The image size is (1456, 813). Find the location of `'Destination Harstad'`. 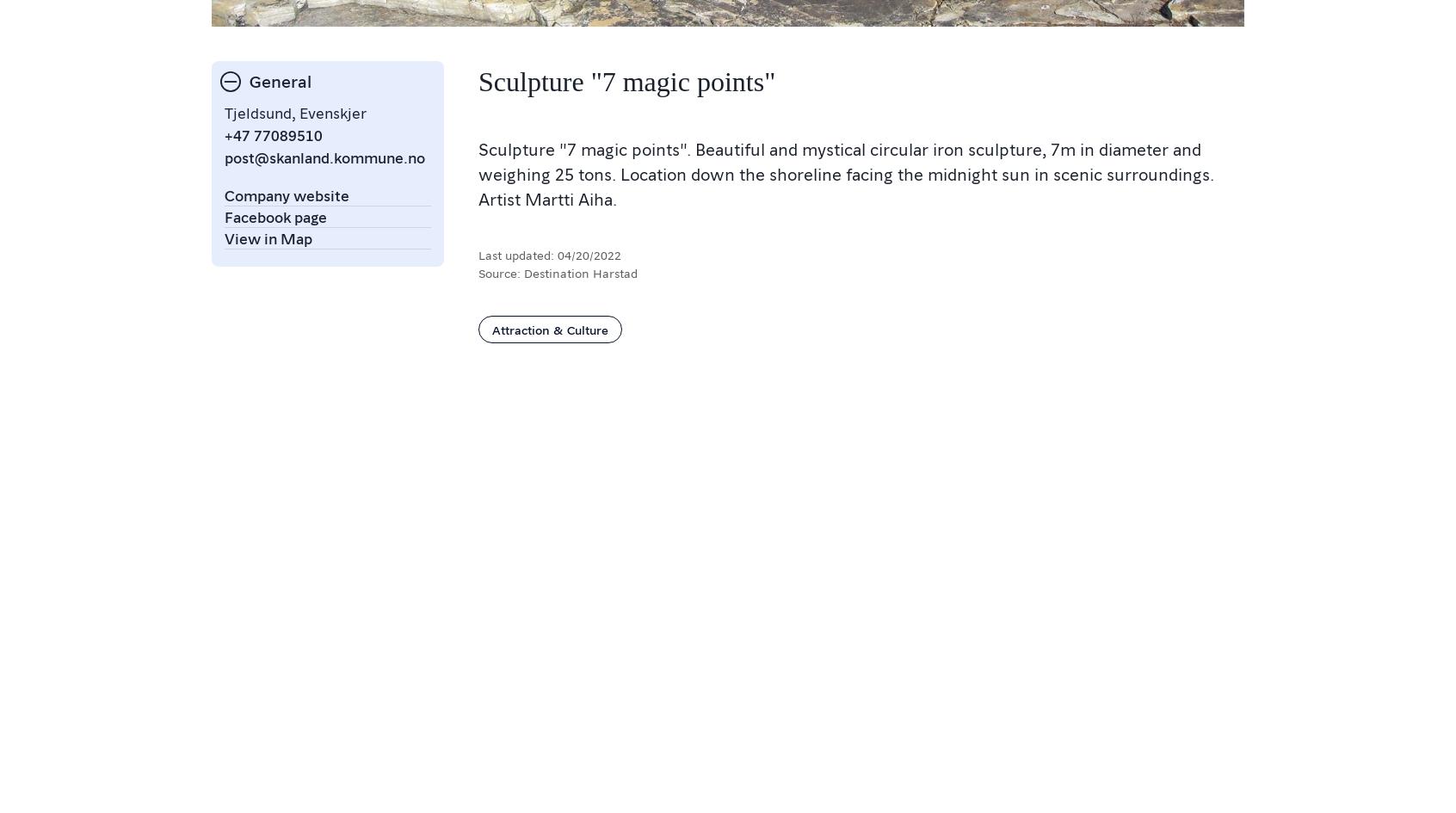

'Destination Harstad' is located at coordinates (580, 272).